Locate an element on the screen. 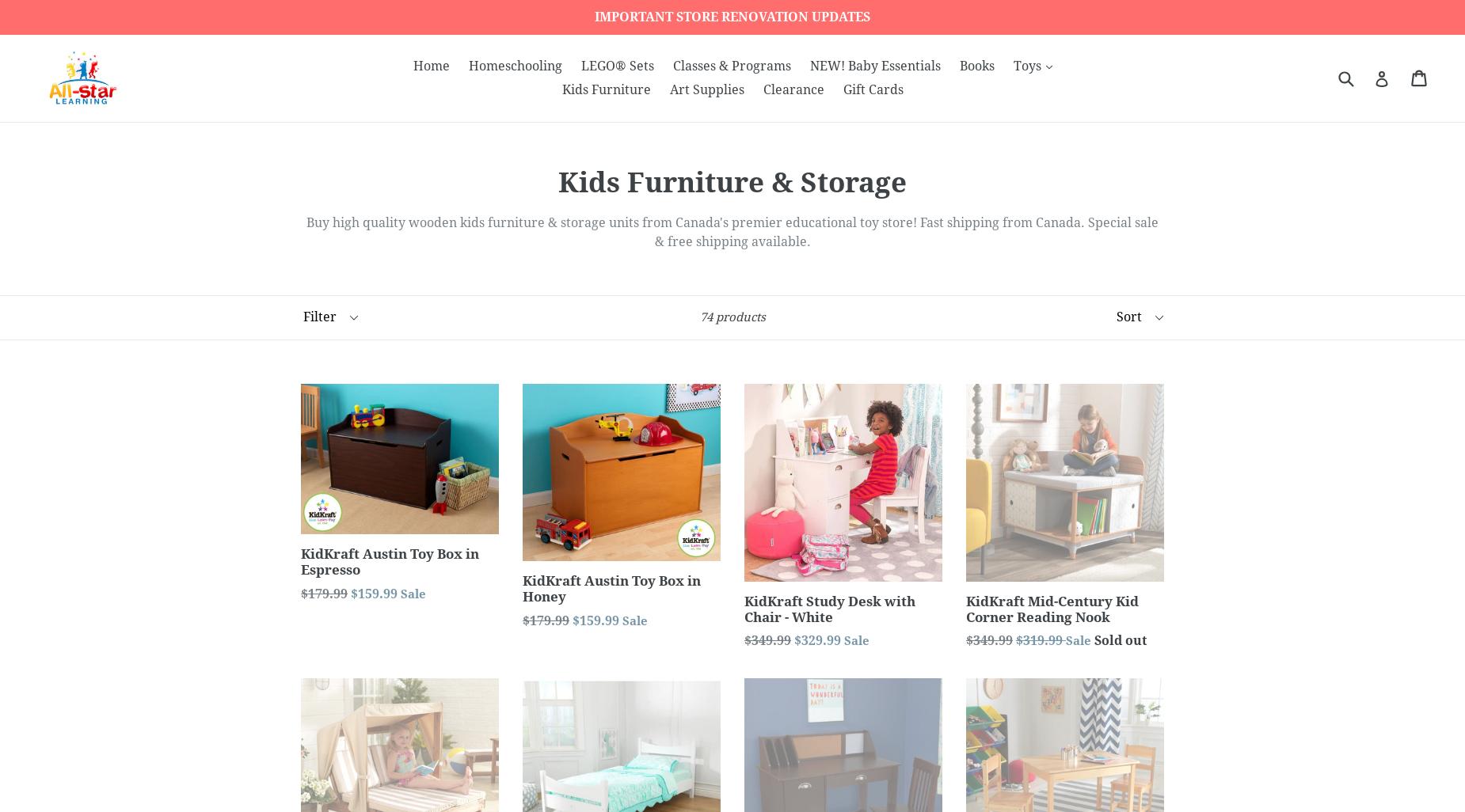  'KidKraft Study Desk with Chair - White' is located at coordinates (829, 608).